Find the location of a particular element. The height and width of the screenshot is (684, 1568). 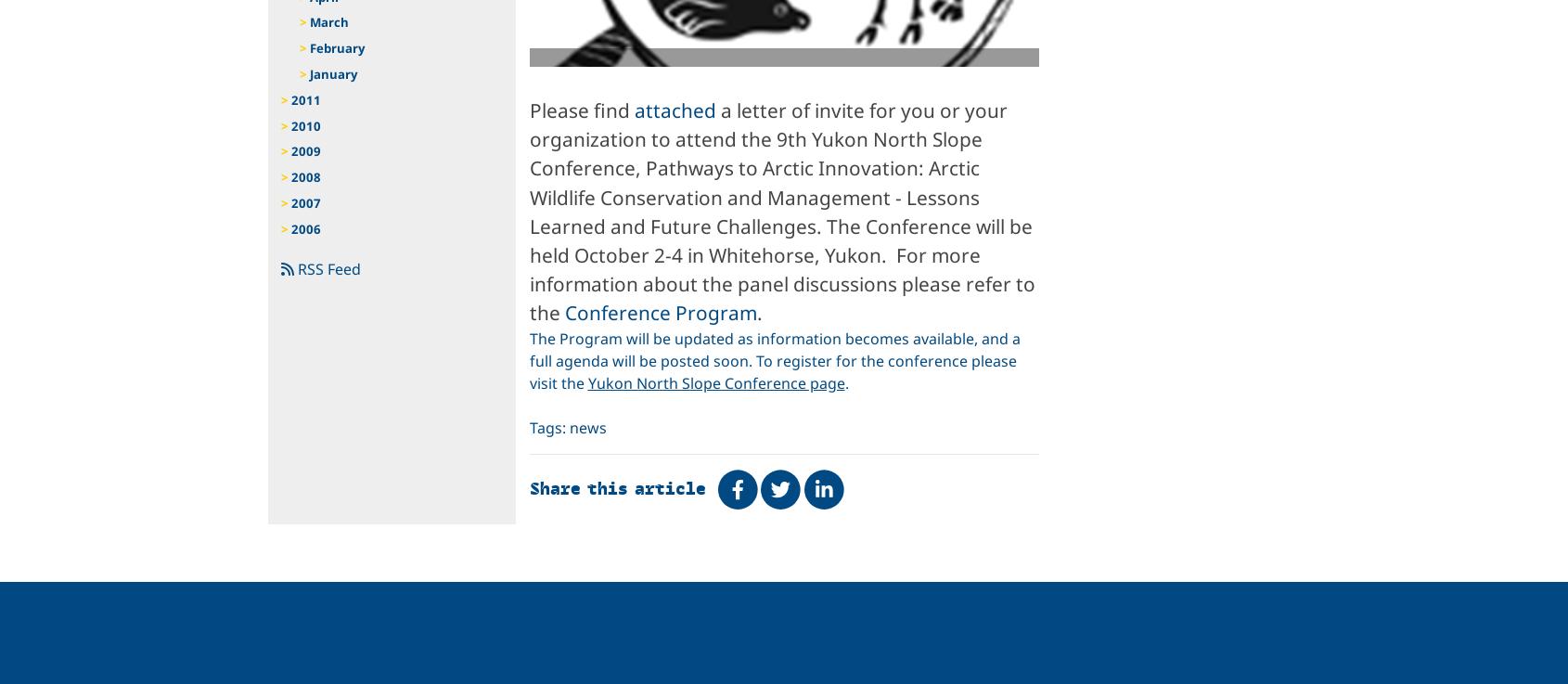

'attached' is located at coordinates (632, 108).